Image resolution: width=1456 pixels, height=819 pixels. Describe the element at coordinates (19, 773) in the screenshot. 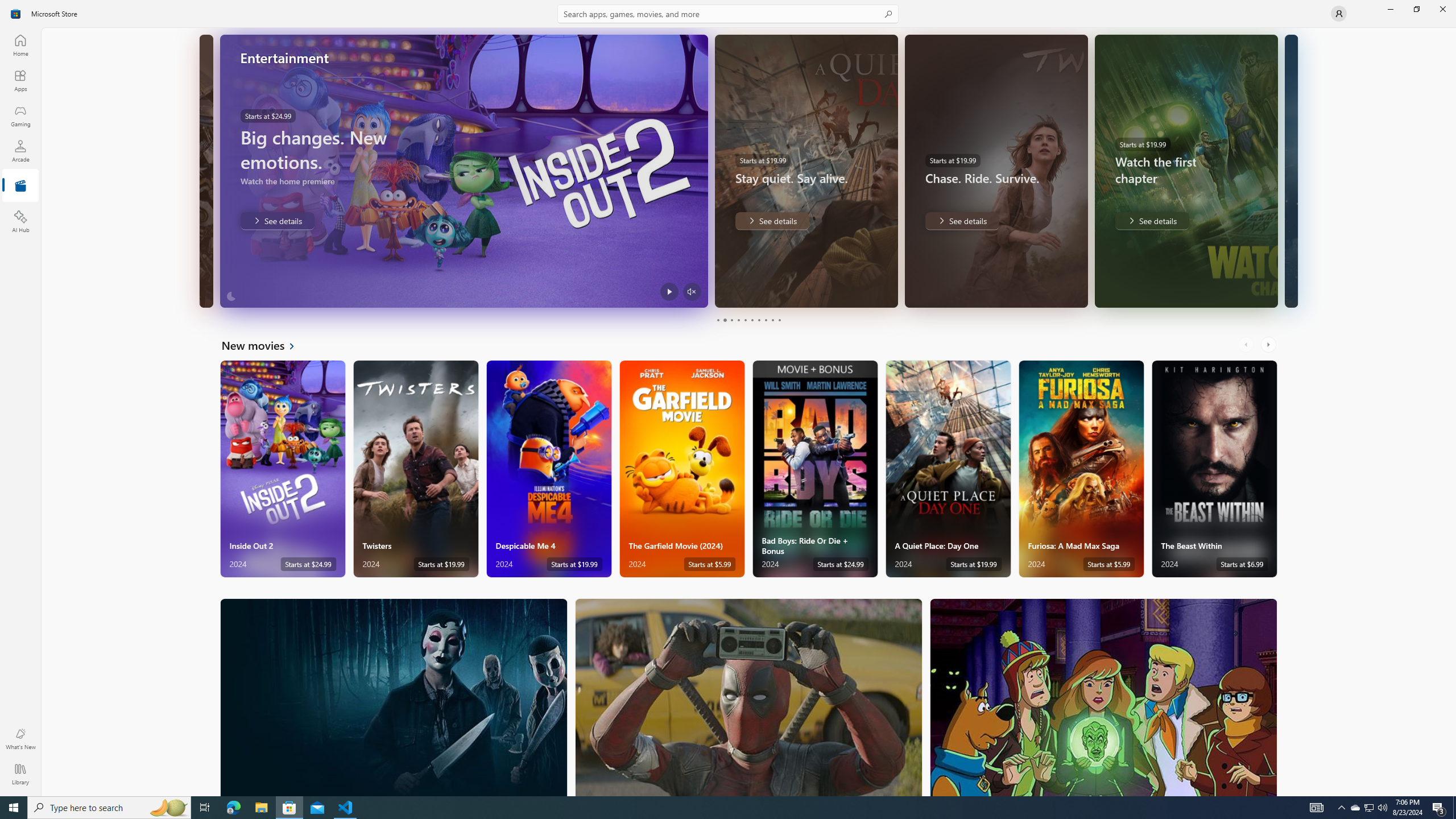

I see `'Library'` at that location.